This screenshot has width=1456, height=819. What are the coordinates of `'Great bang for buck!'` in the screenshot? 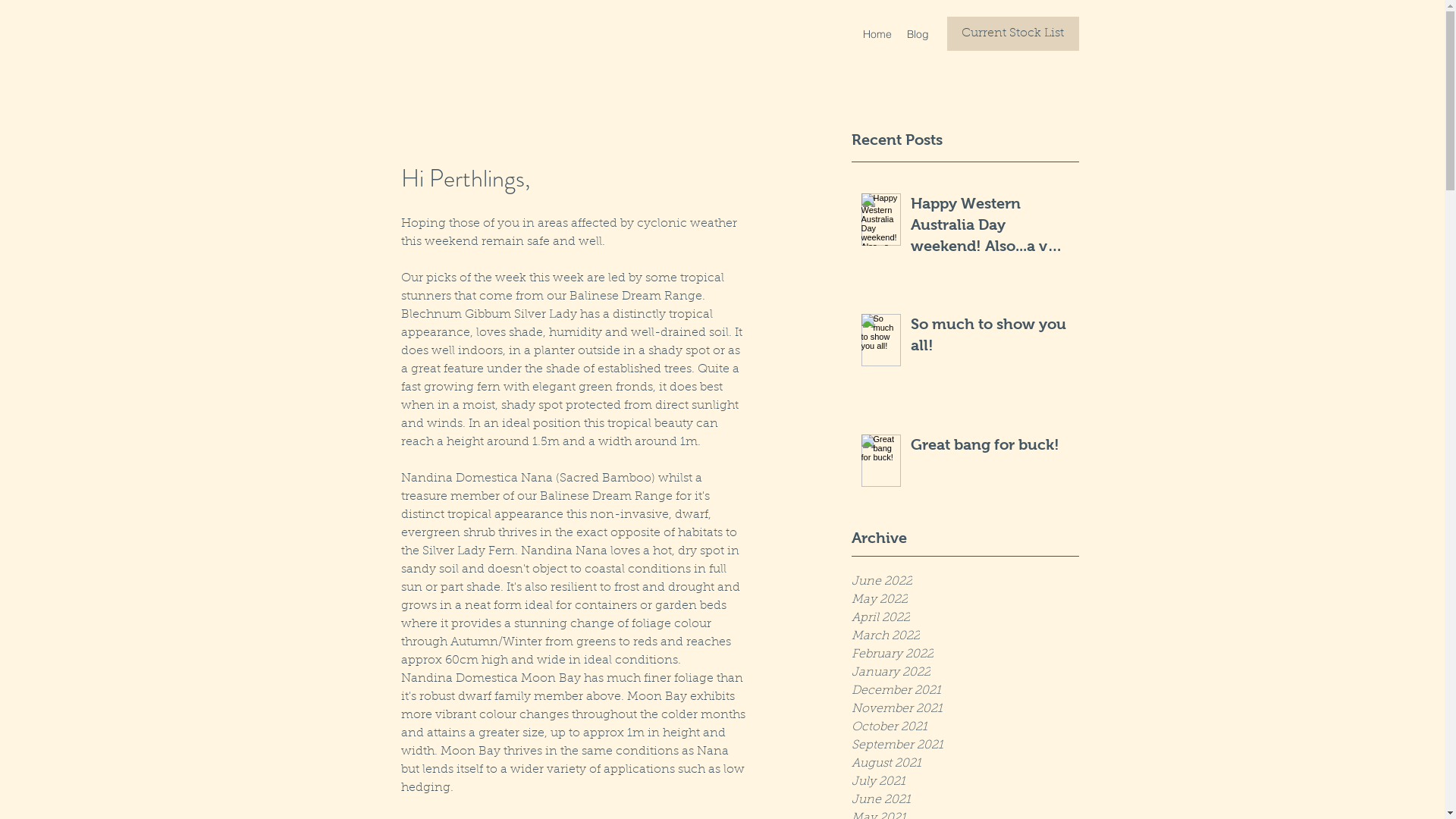 It's located at (990, 447).